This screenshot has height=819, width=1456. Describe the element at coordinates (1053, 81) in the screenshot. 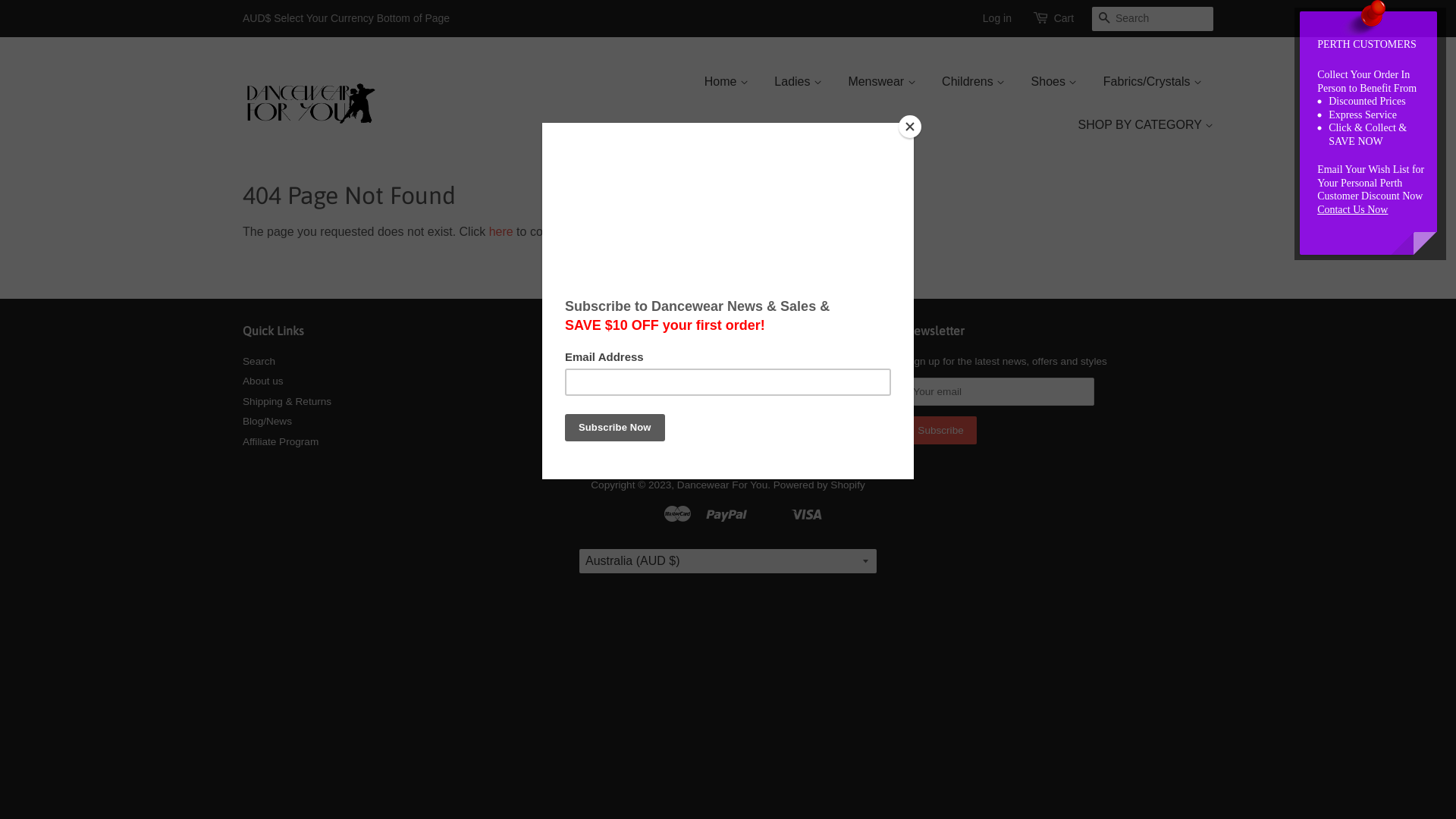

I see `'Shoes'` at that location.